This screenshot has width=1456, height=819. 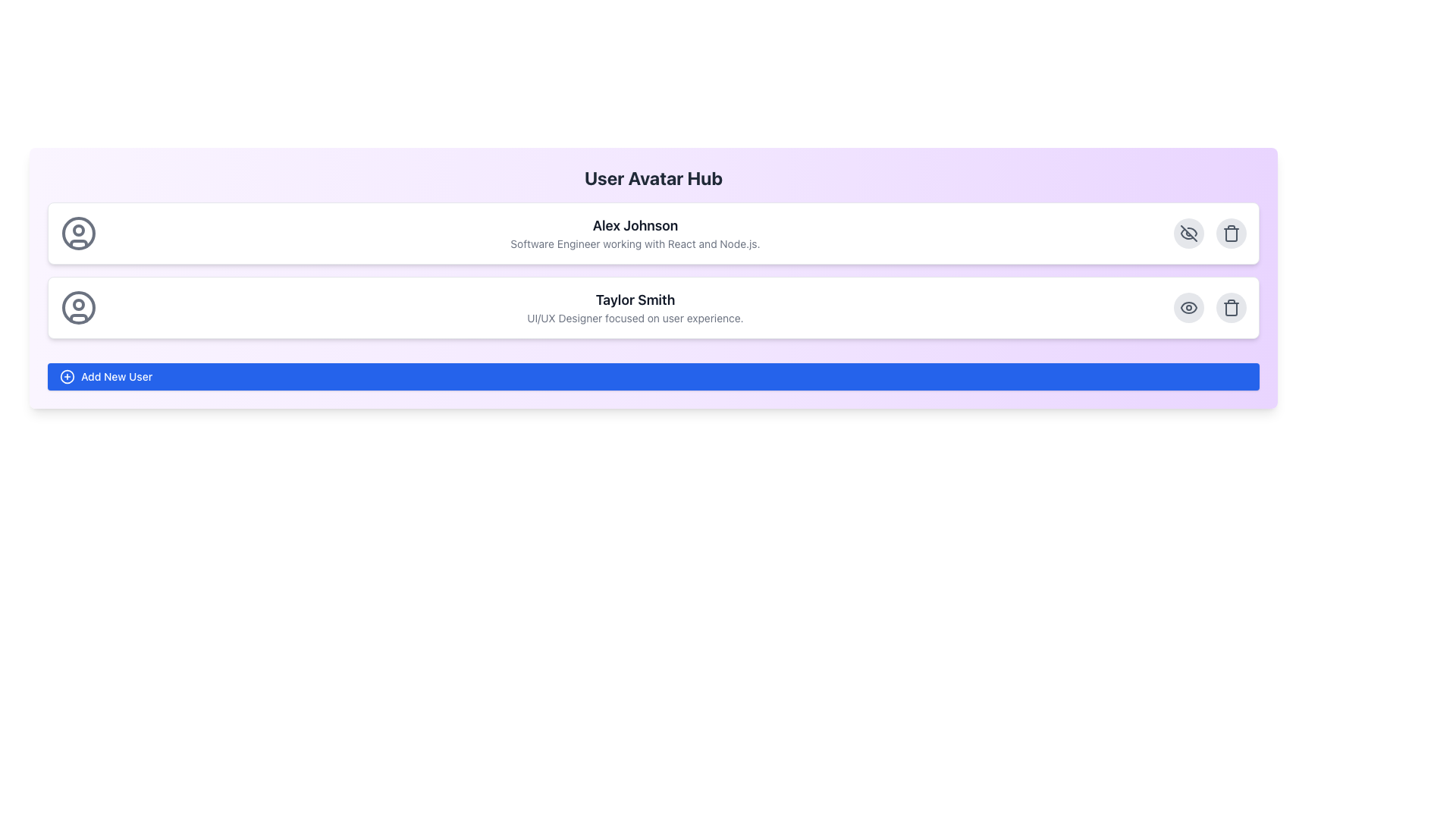 What do you see at coordinates (1188, 234) in the screenshot?
I see `the circular visibility toggle button with a crossed-out eye icon located at the far-right of the user panel displaying Alex Johnson's name and title` at bounding box center [1188, 234].